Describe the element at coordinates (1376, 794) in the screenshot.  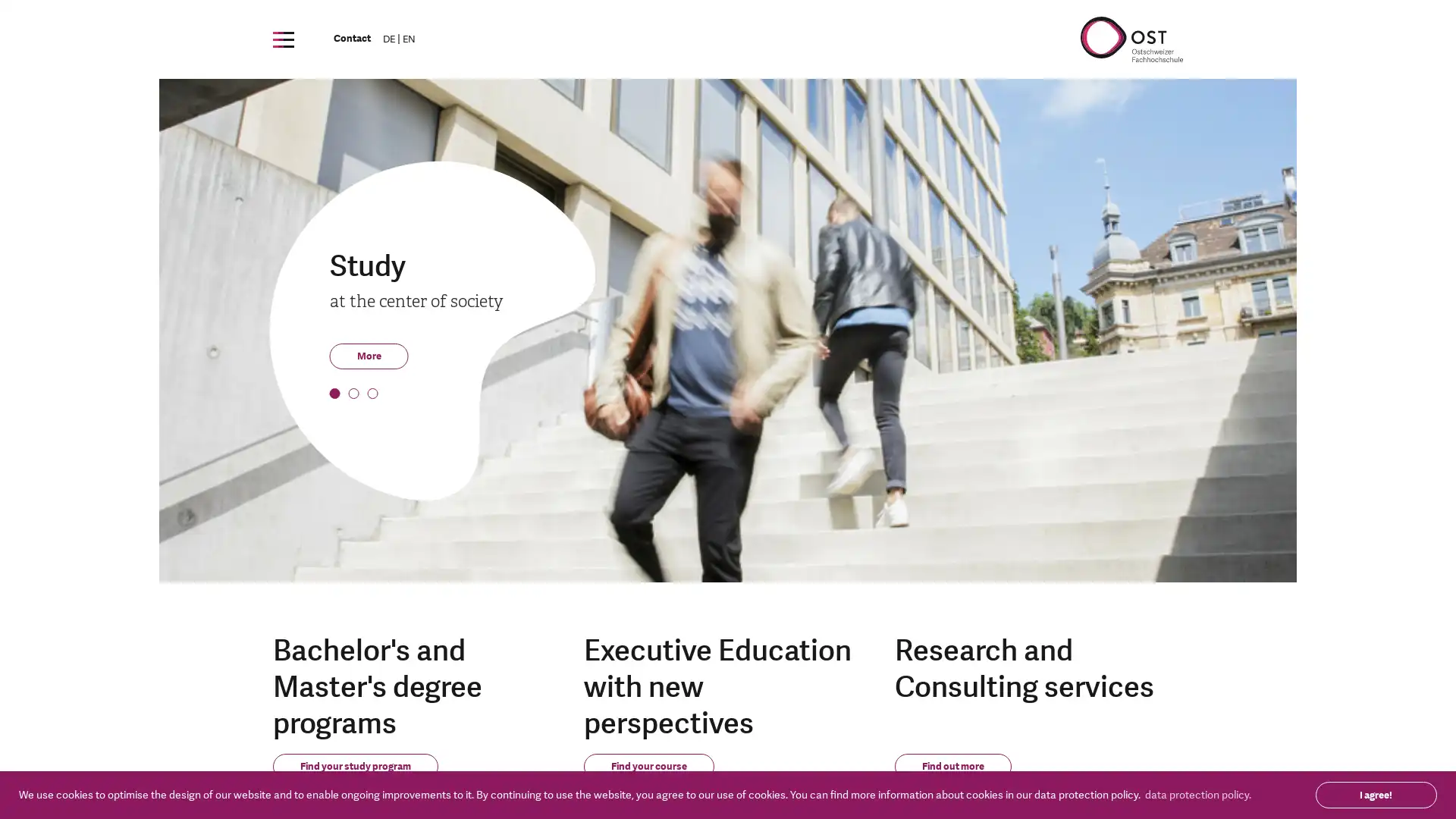
I see `dismiss cookie message` at that location.